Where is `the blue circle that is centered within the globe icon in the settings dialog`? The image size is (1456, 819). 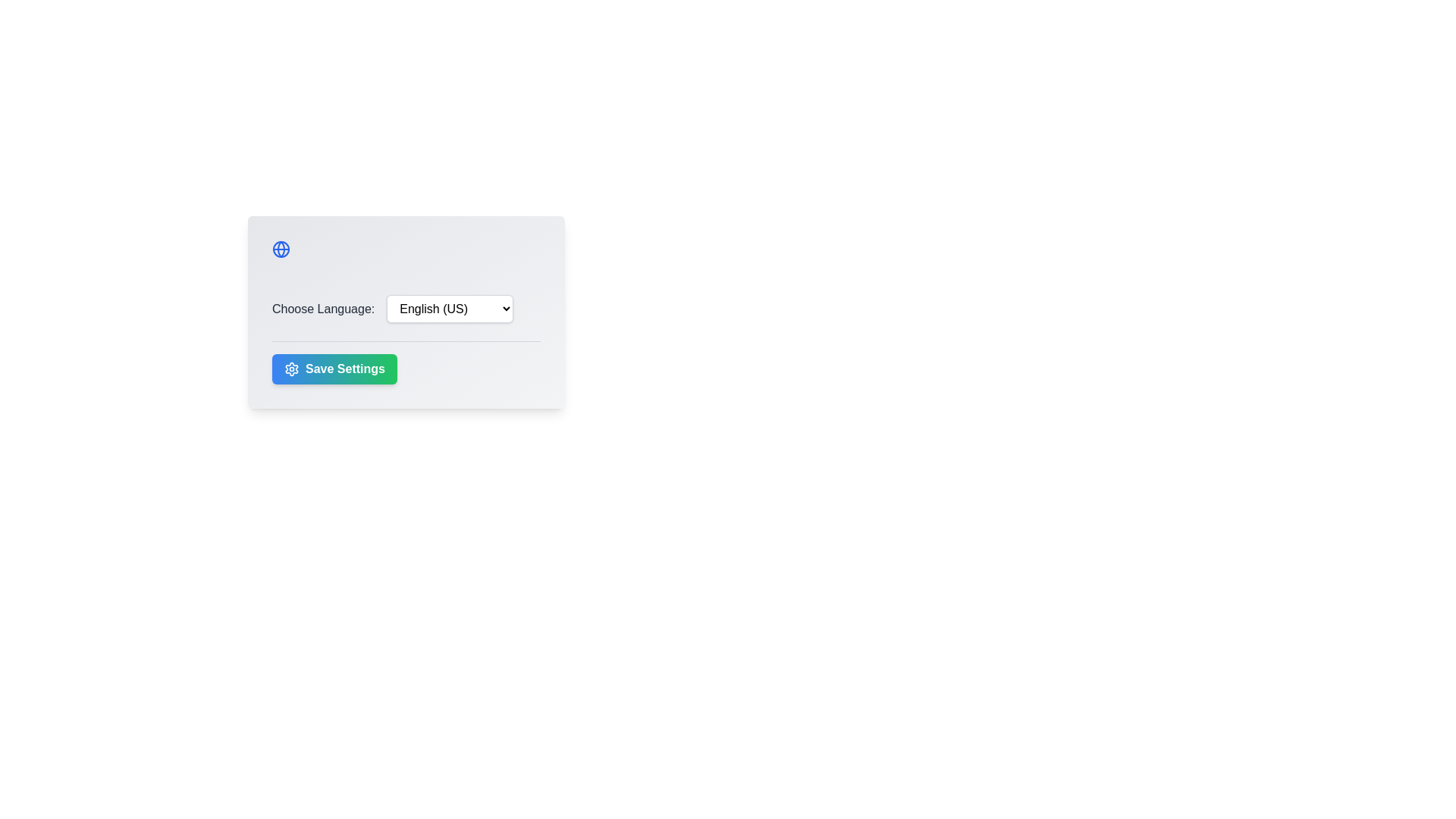 the blue circle that is centered within the globe icon in the settings dialog is located at coordinates (281, 248).